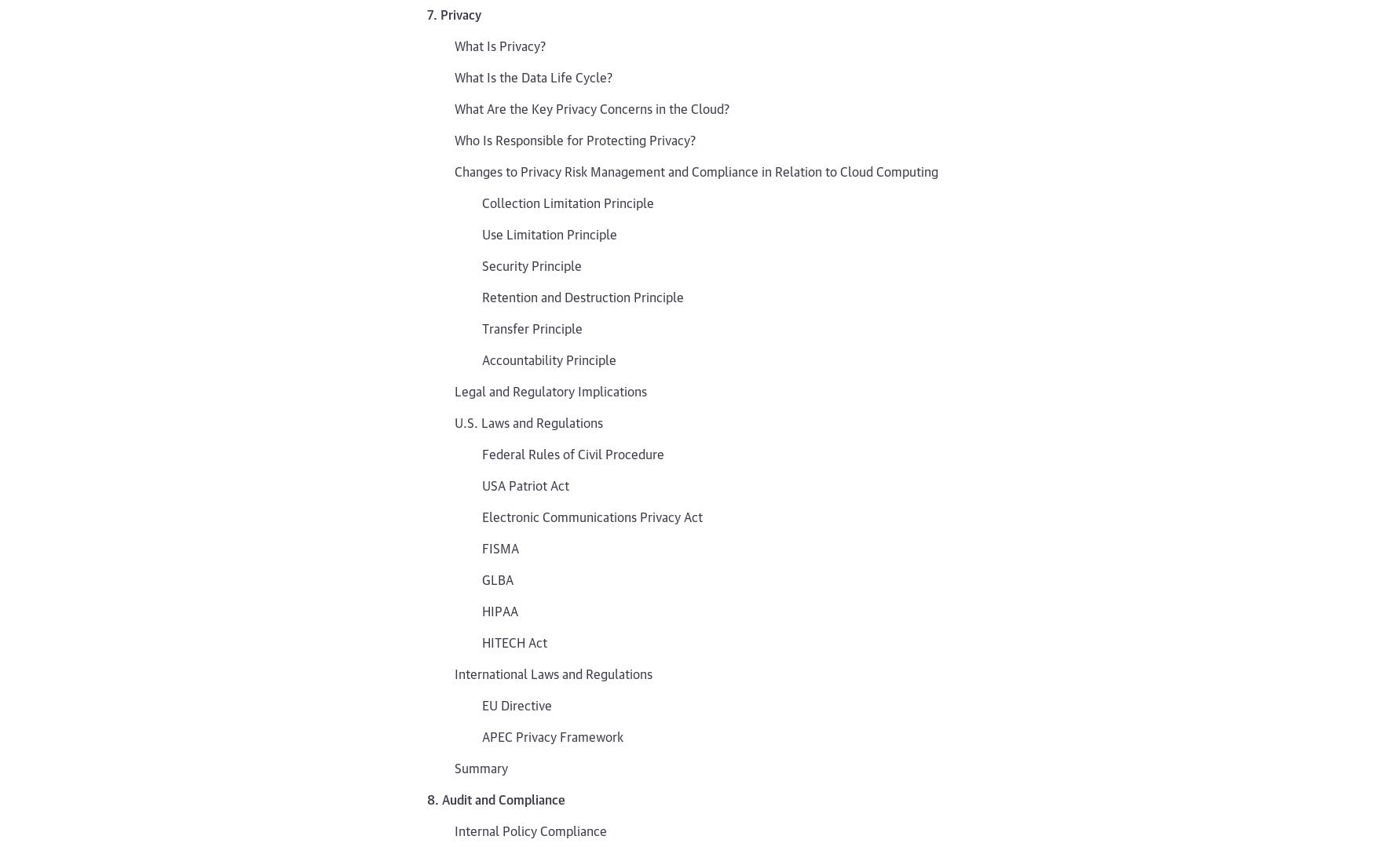  Describe the element at coordinates (572, 452) in the screenshot. I see `'Federal Rules of Civil Procedure'` at that location.